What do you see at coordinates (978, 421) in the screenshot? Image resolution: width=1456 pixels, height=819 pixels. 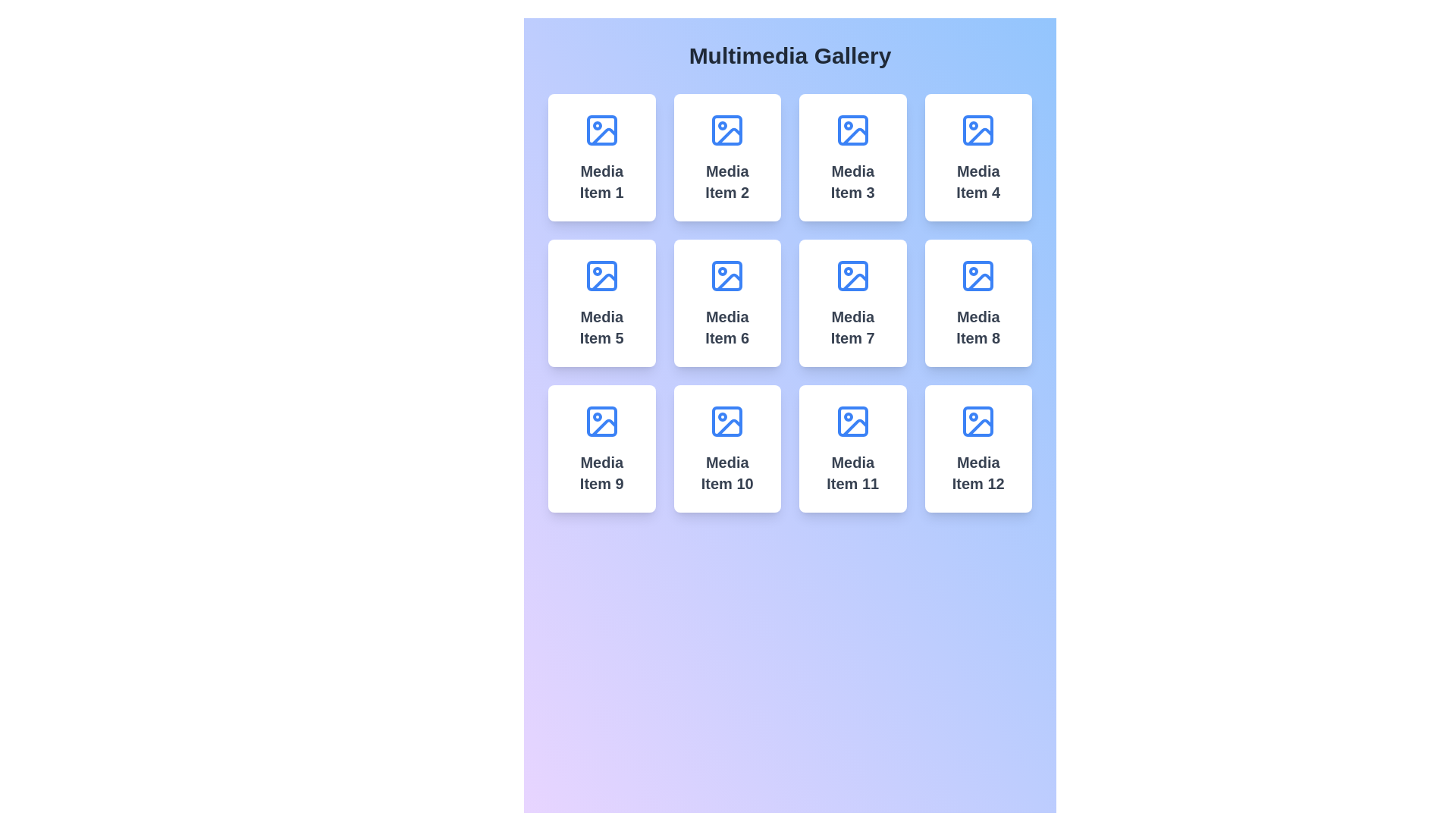 I see `the icon representing 'Media Item 12' located in the bottom-right corner of the grid layout under 'Multimedia Gallery'` at bounding box center [978, 421].